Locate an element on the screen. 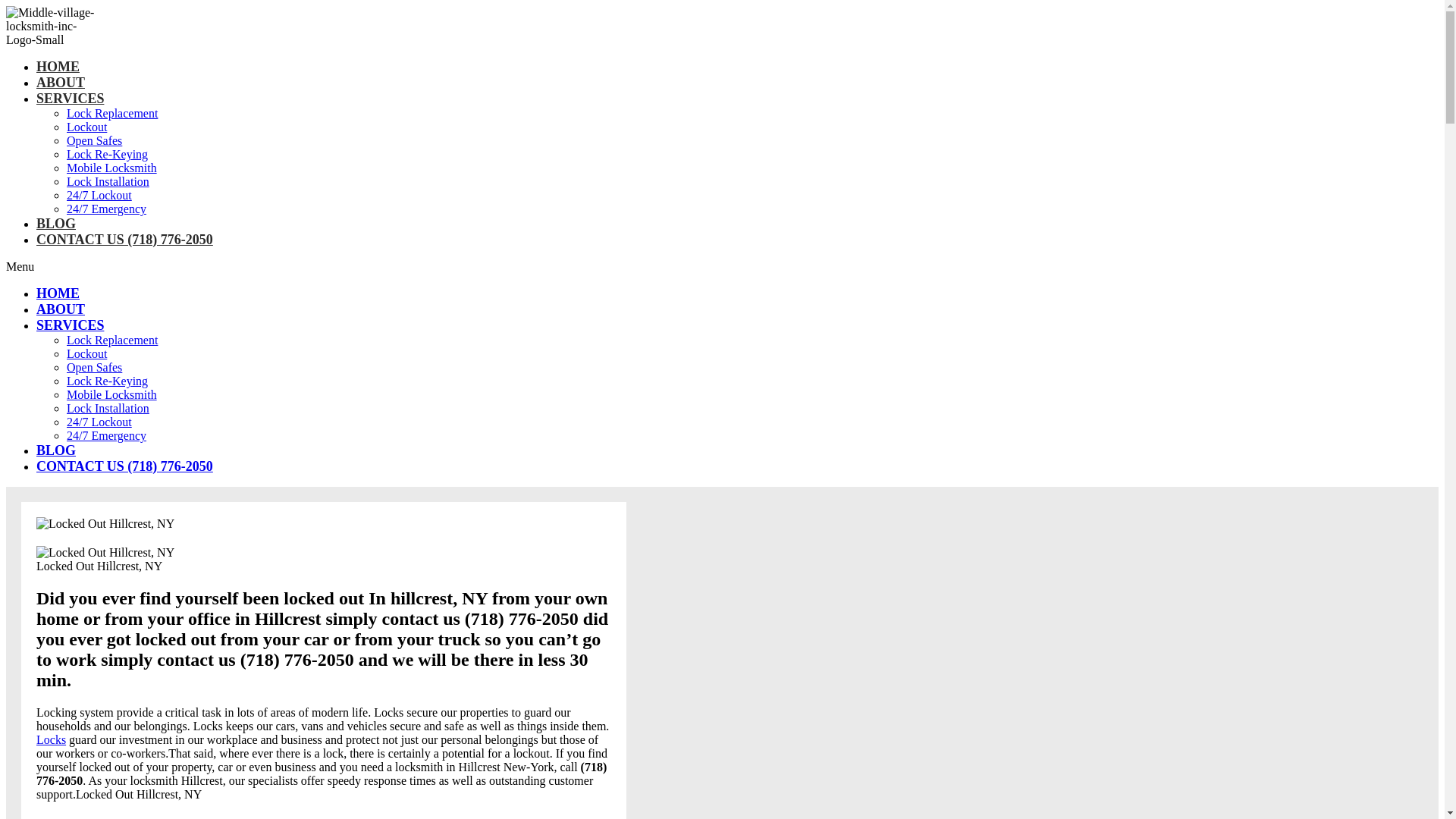 The height and width of the screenshot is (819, 1456). 'ABOUT' is located at coordinates (61, 309).